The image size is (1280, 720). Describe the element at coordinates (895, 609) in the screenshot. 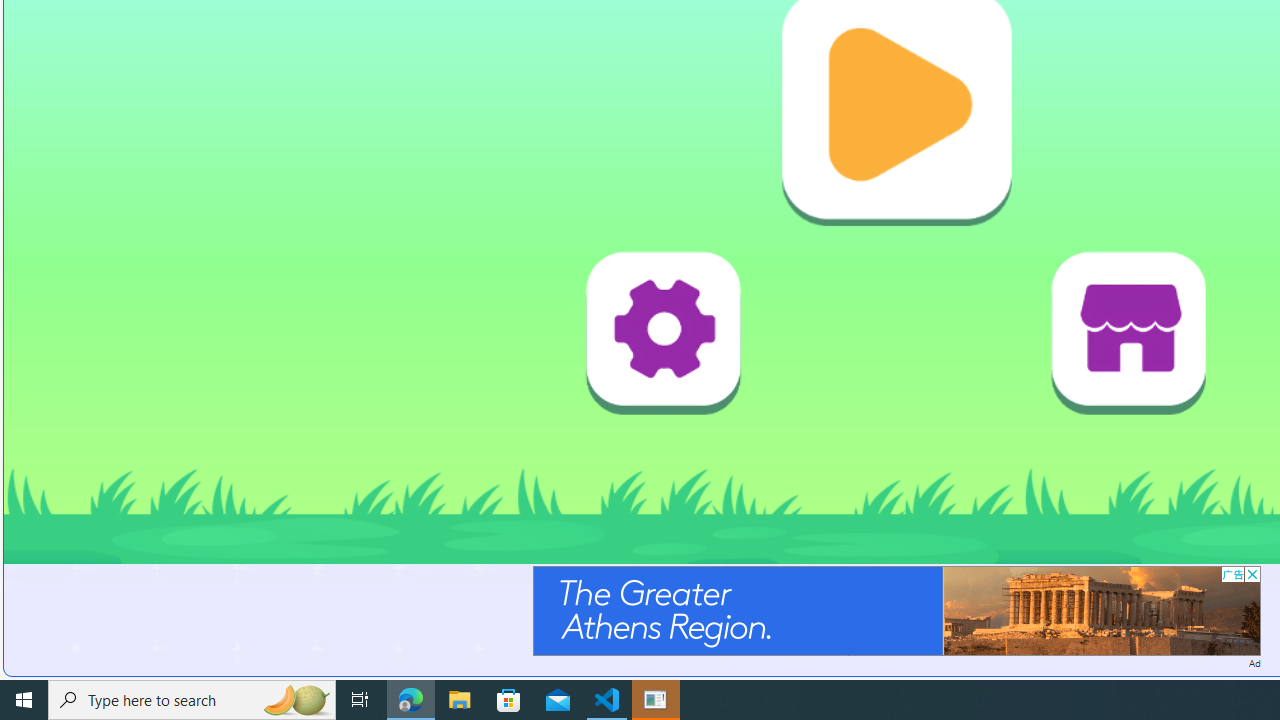

I see `'Advertisement'` at that location.